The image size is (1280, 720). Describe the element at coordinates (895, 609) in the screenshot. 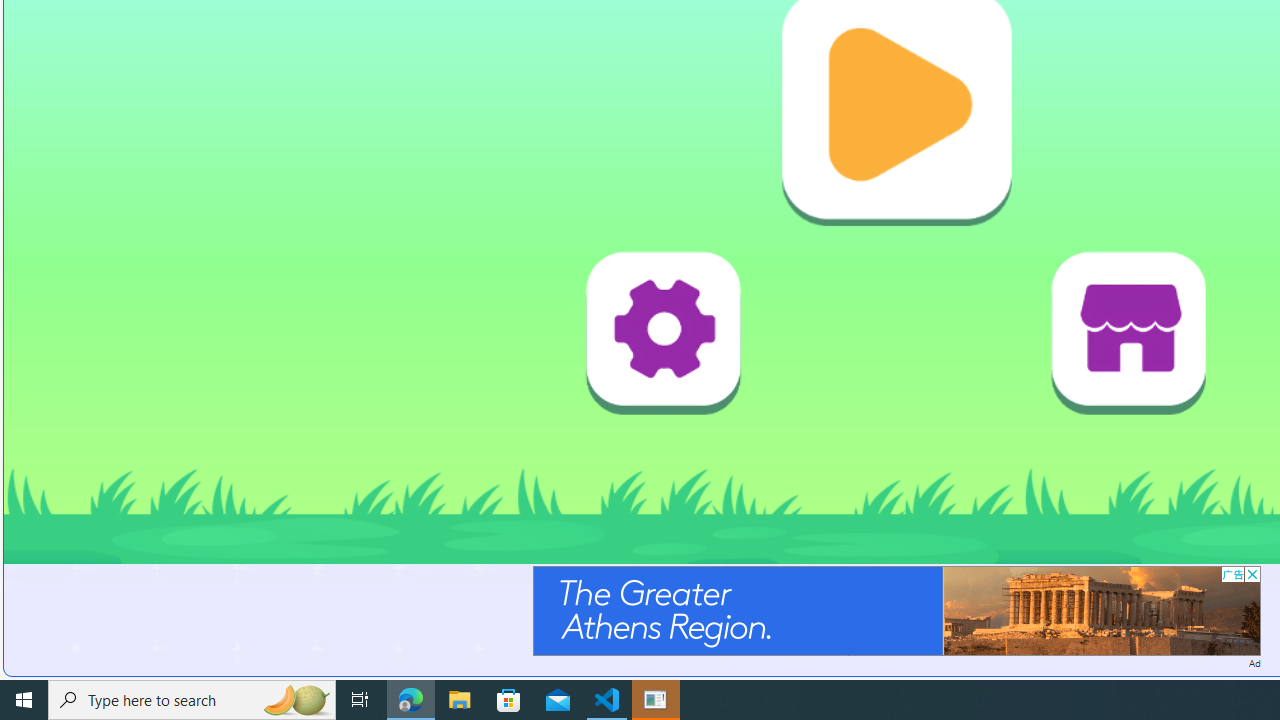

I see `'Advertisement'` at that location.